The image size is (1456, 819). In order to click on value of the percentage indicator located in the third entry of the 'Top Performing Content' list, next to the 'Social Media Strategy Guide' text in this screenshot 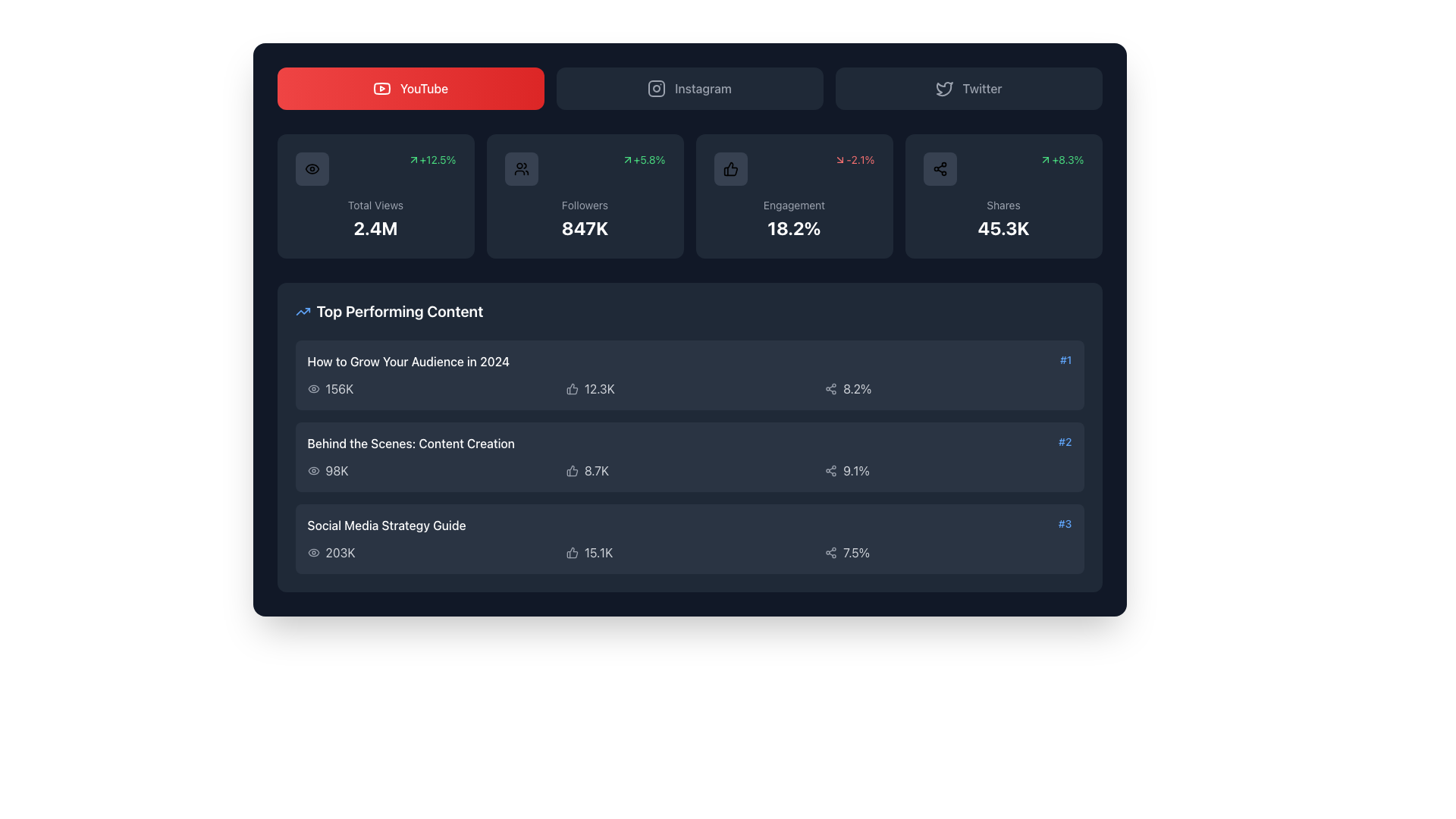, I will do `click(857, 388)`.